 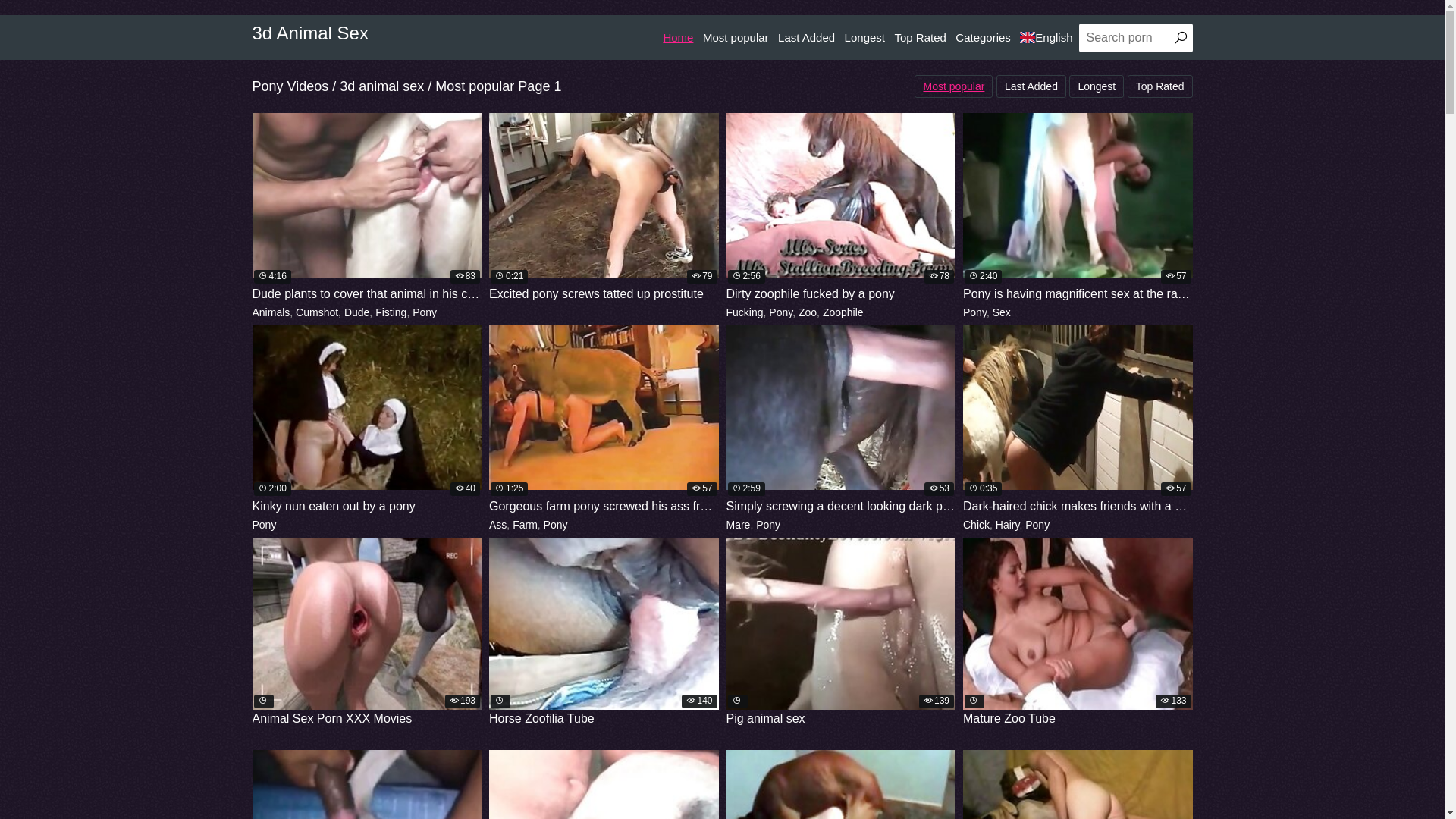 I want to click on 'Ass', so click(x=497, y=523).